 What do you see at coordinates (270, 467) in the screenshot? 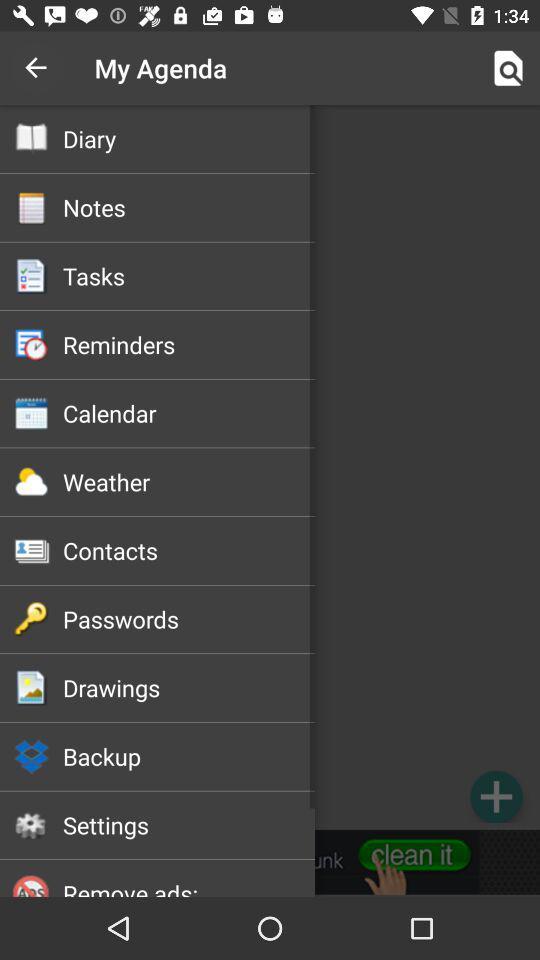
I see `my personal agenda` at bounding box center [270, 467].